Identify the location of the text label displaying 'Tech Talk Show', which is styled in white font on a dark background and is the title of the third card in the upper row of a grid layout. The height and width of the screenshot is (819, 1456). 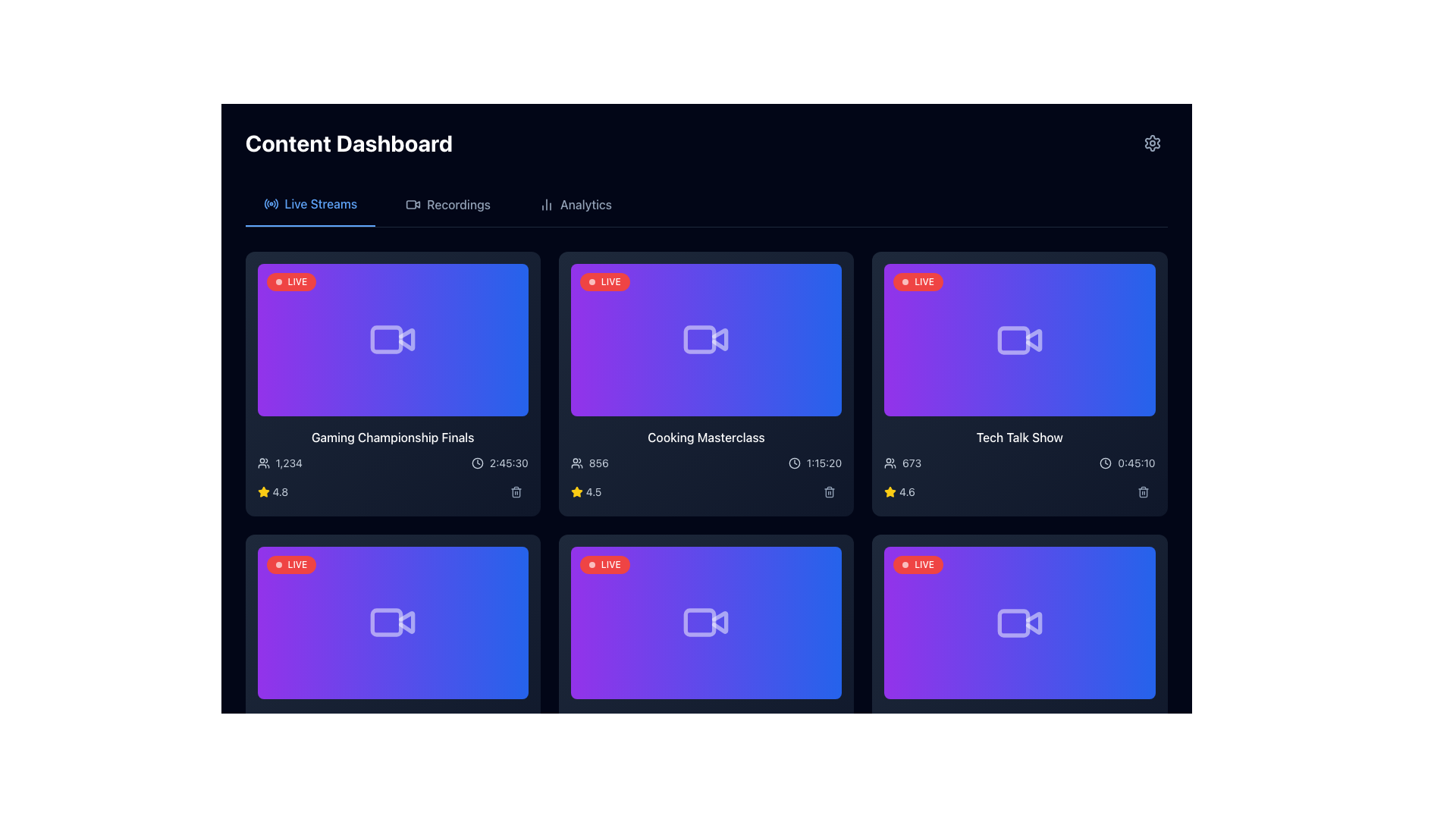
(1019, 438).